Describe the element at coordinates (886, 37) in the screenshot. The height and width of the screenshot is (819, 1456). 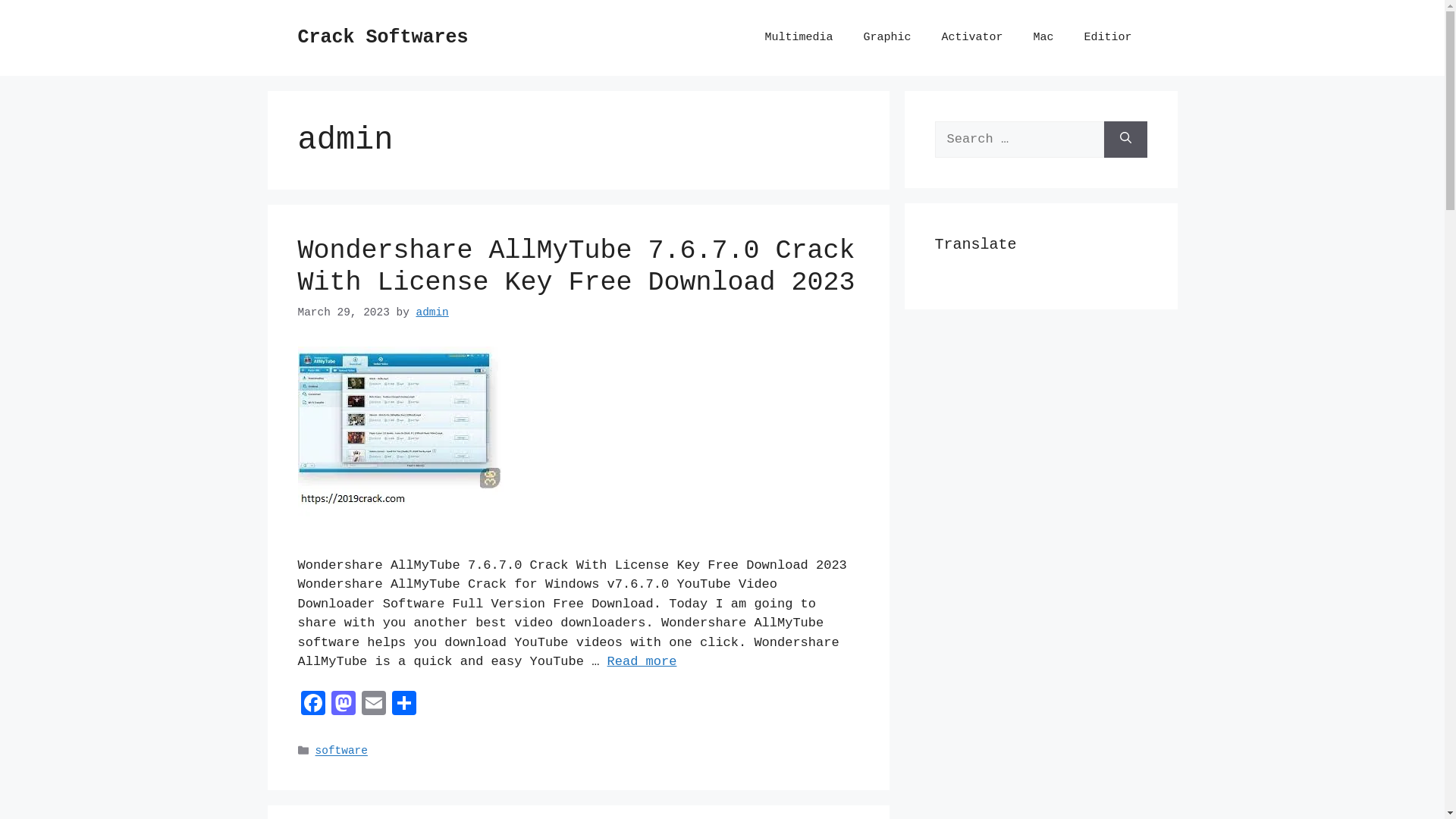
I see `'Graphic'` at that location.